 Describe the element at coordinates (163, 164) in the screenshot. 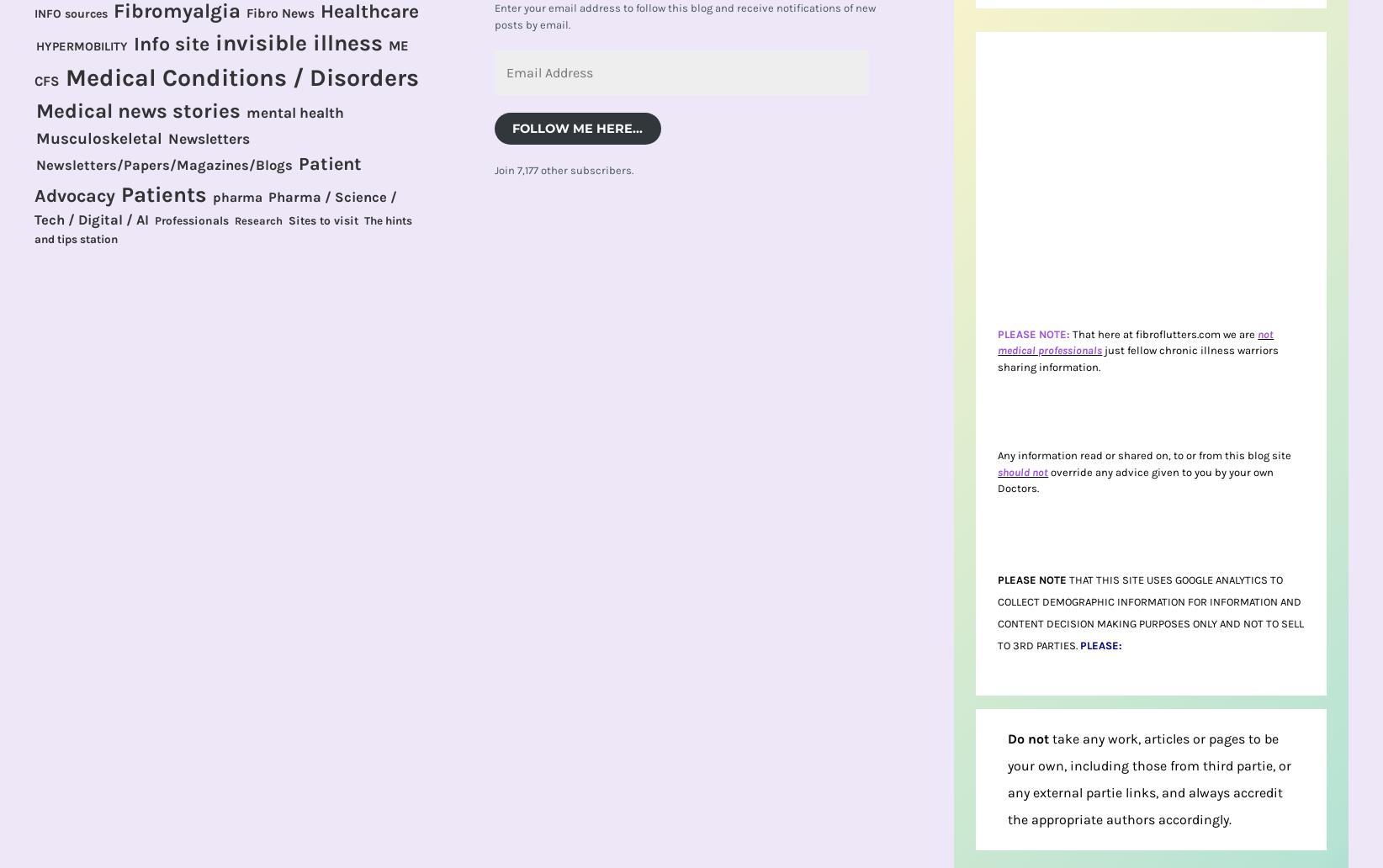

I see `'Newsletters/Papers/Magazines/Blogs'` at that location.